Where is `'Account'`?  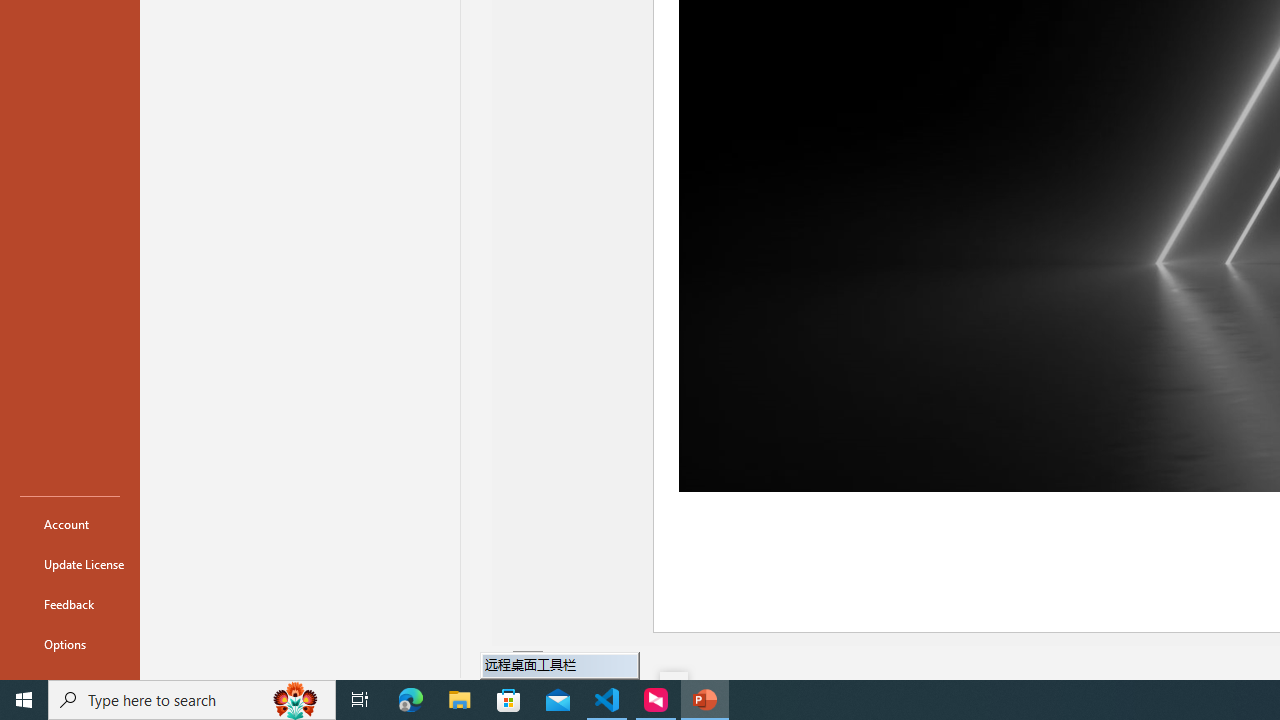
'Account' is located at coordinates (69, 523).